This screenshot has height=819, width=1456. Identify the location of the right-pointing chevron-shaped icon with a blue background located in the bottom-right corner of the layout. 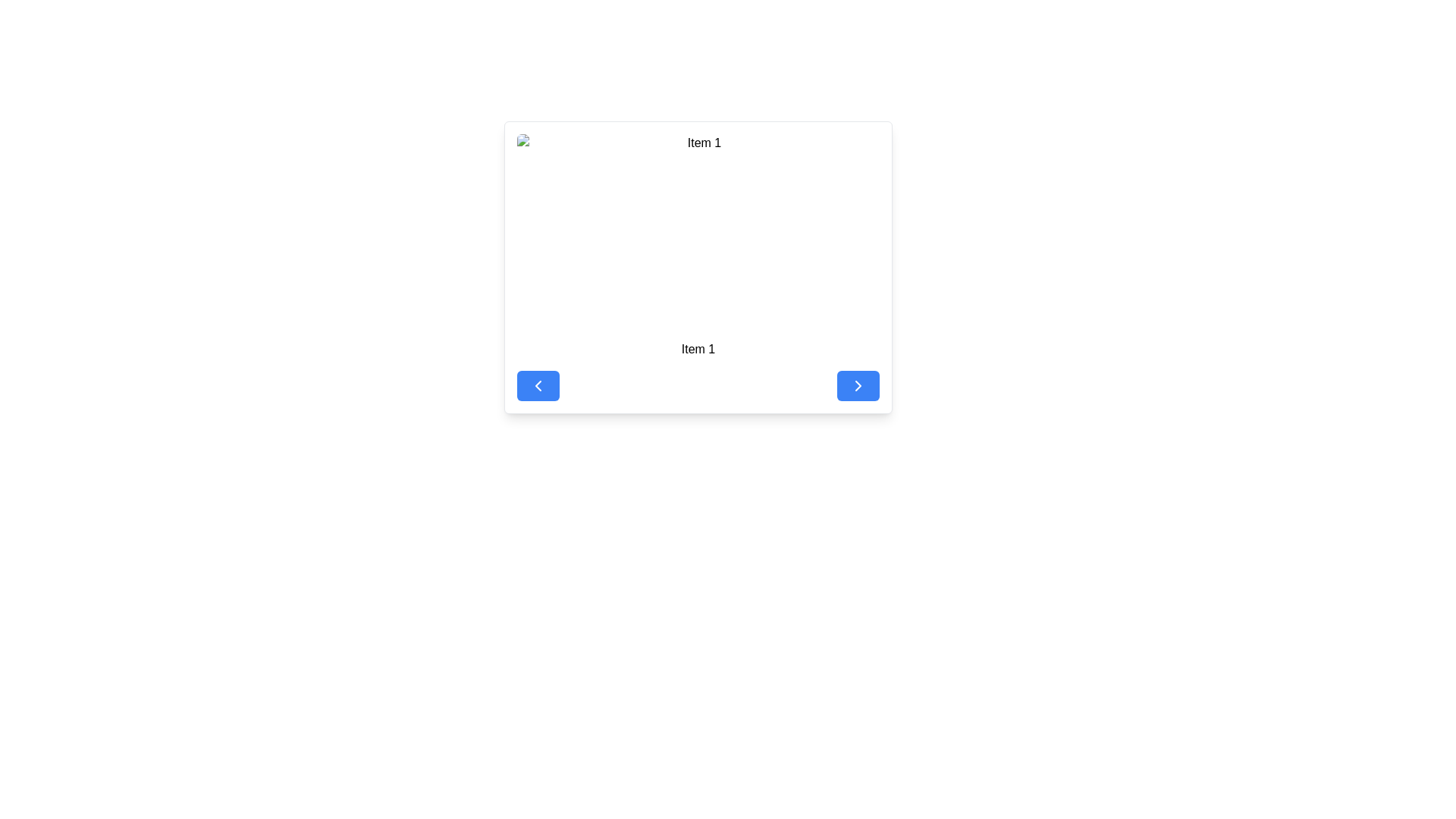
(858, 385).